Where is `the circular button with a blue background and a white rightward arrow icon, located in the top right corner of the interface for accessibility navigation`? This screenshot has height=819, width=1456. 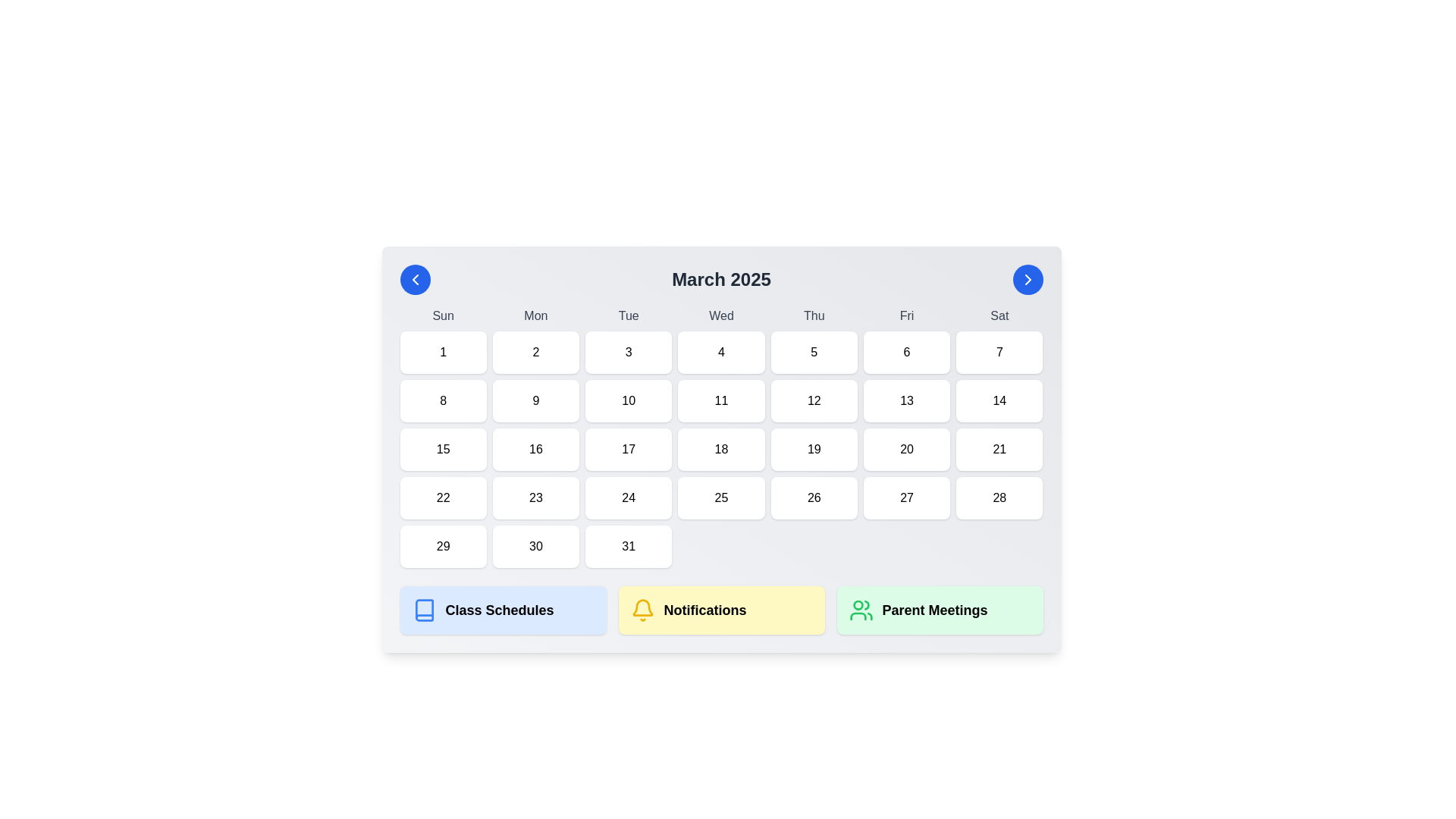
the circular button with a blue background and a white rightward arrow icon, located in the top right corner of the interface for accessibility navigation is located at coordinates (1028, 280).